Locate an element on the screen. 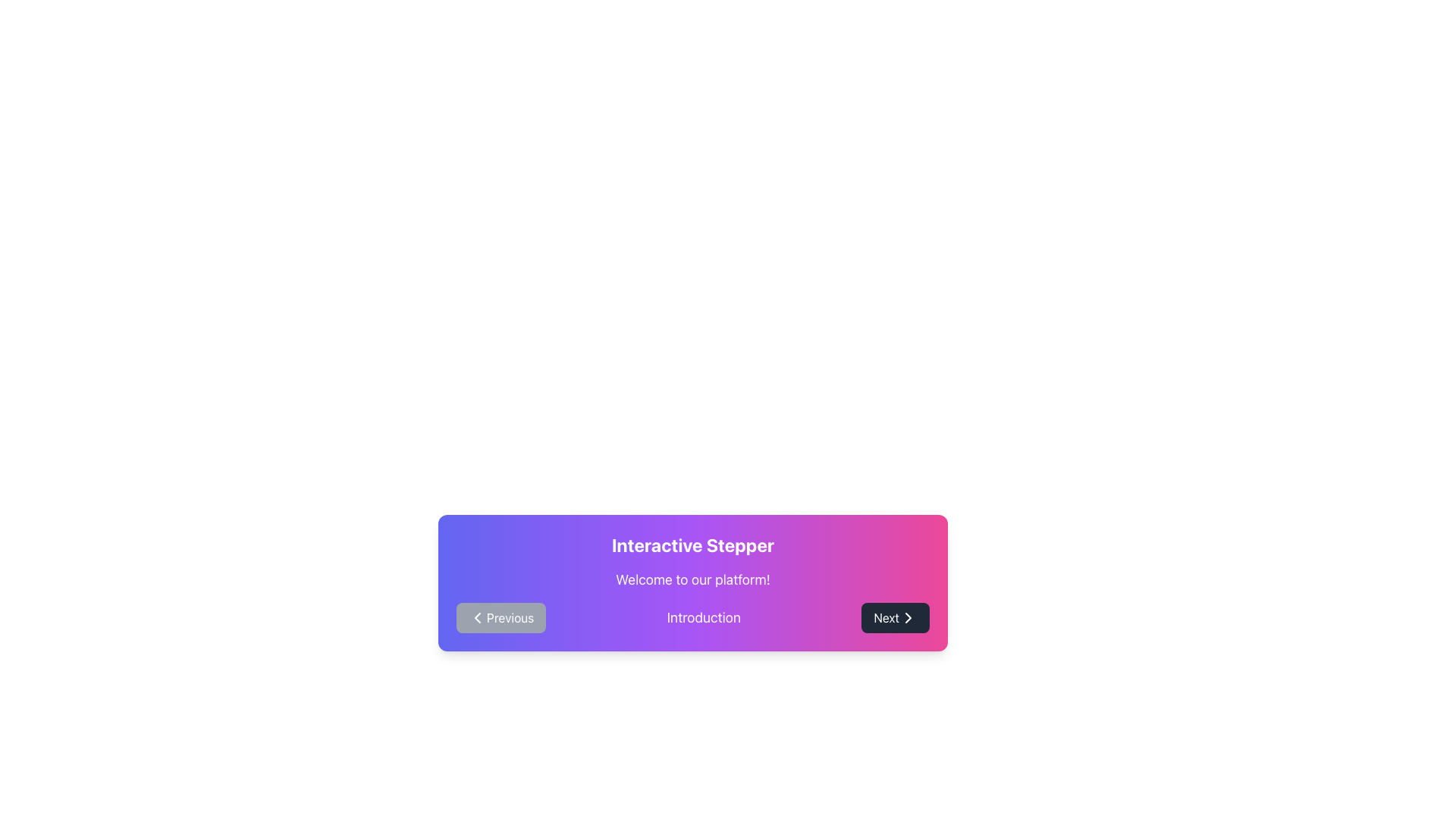  the chevron arrow icon located at the center of the 'Next' button to proceed in the navigation workflow is located at coordinates (908, 617).